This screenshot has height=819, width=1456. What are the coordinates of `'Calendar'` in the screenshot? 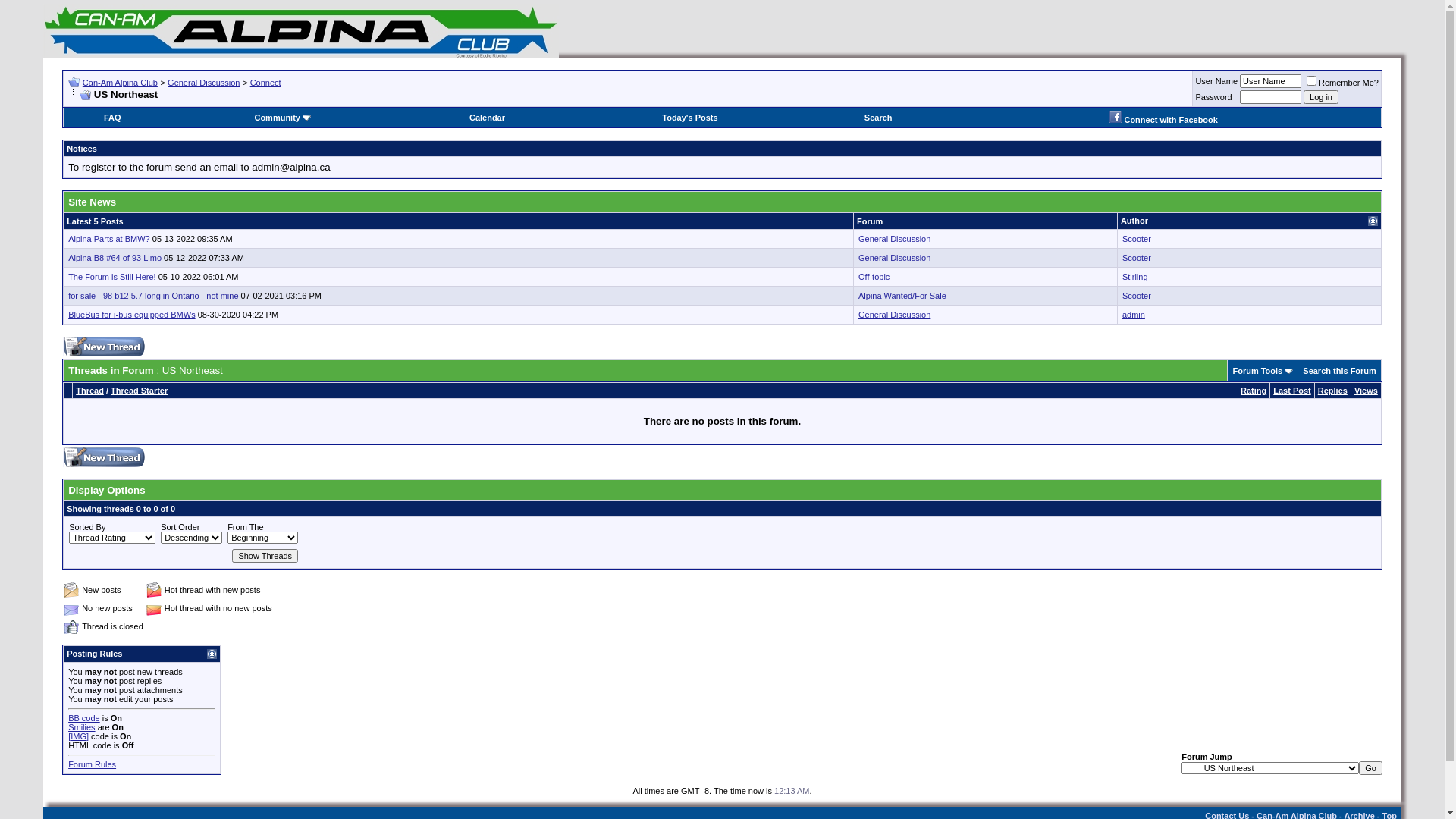 It's located at (487, 116).